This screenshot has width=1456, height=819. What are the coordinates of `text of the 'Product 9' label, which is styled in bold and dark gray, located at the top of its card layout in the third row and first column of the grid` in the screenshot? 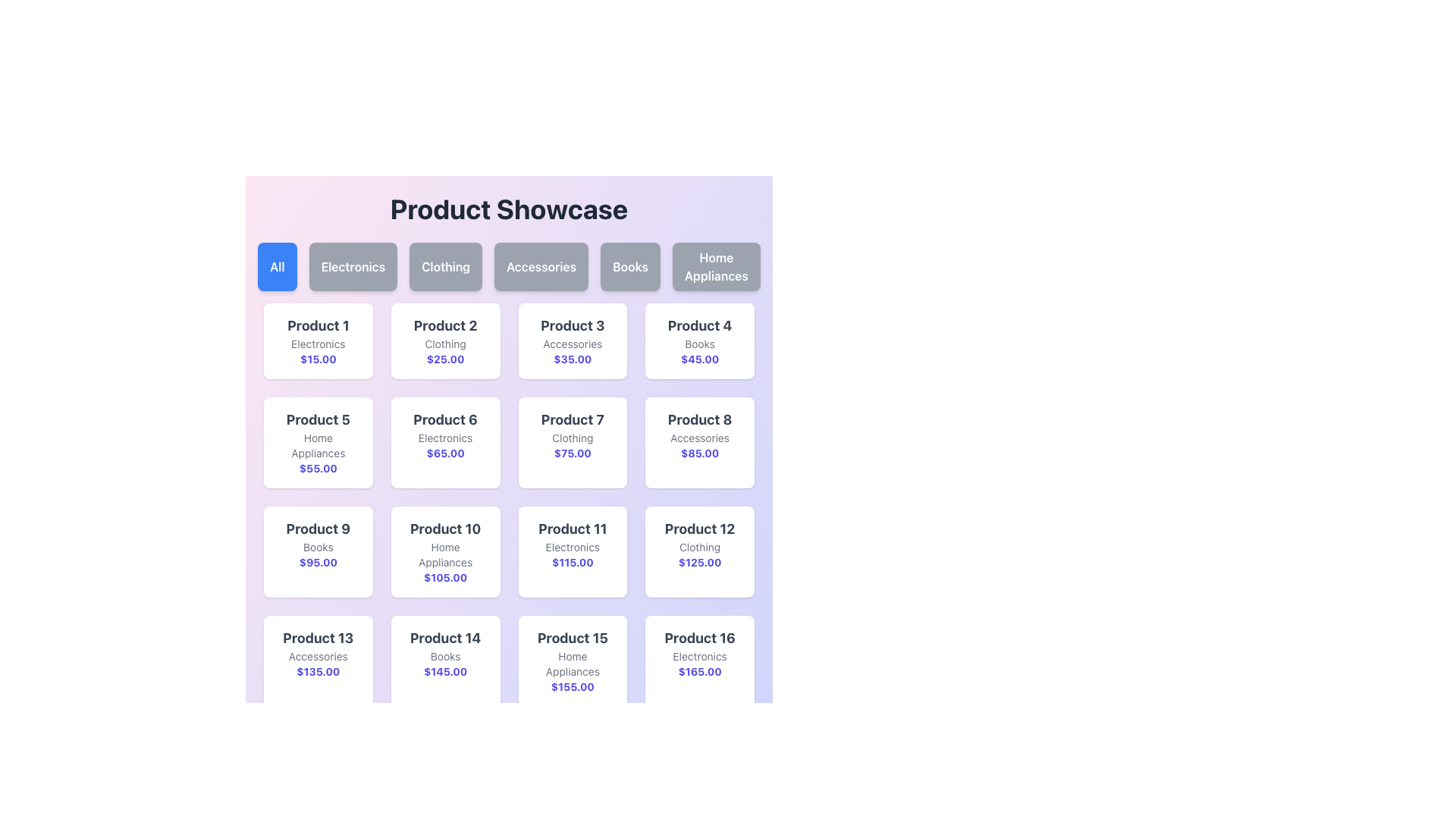 It's located at (317, 529).